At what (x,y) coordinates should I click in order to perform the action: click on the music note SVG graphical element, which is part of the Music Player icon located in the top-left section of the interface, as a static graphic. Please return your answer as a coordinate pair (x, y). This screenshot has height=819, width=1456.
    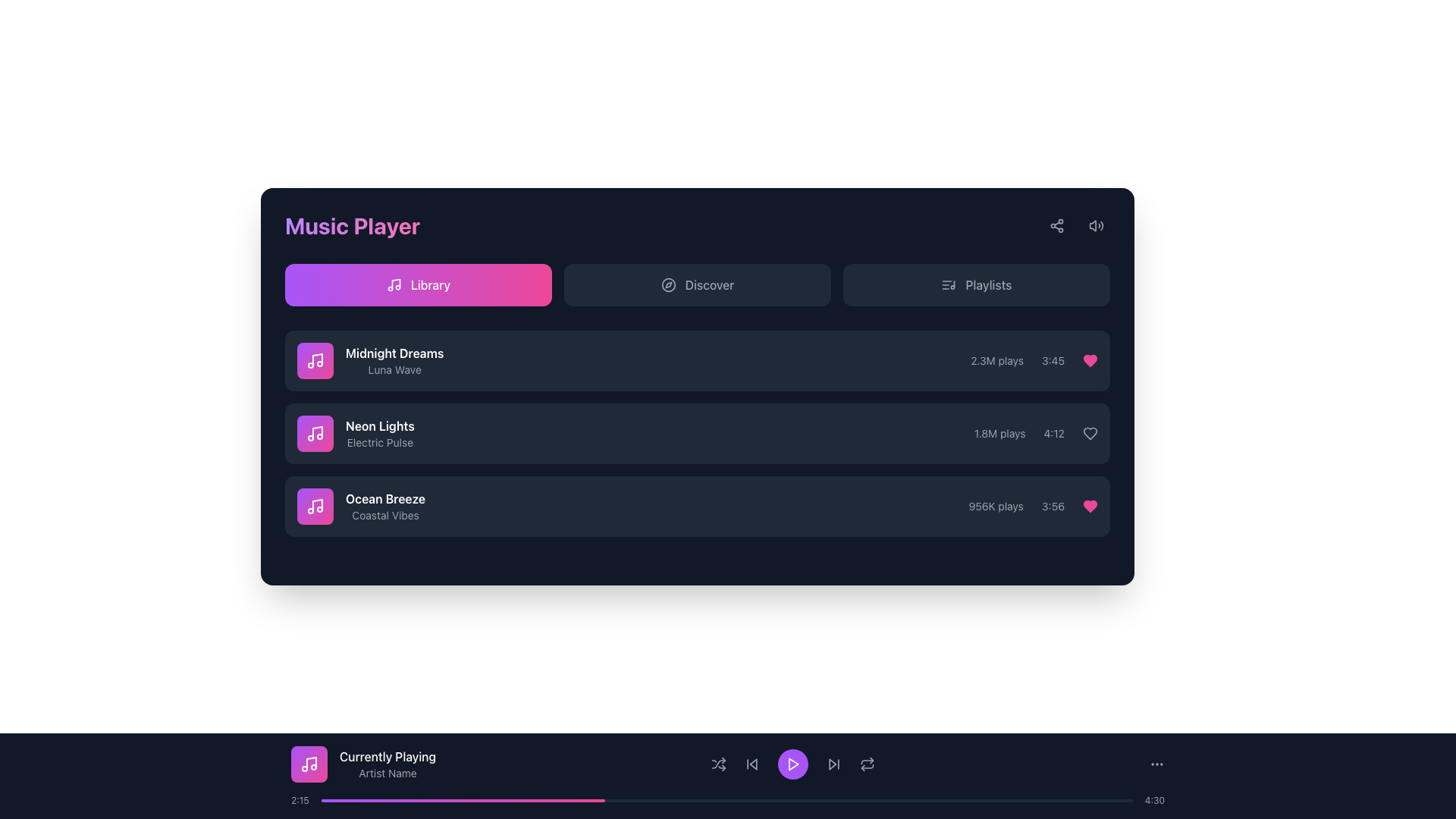
    Looking at the image, I should click on (316, 505).